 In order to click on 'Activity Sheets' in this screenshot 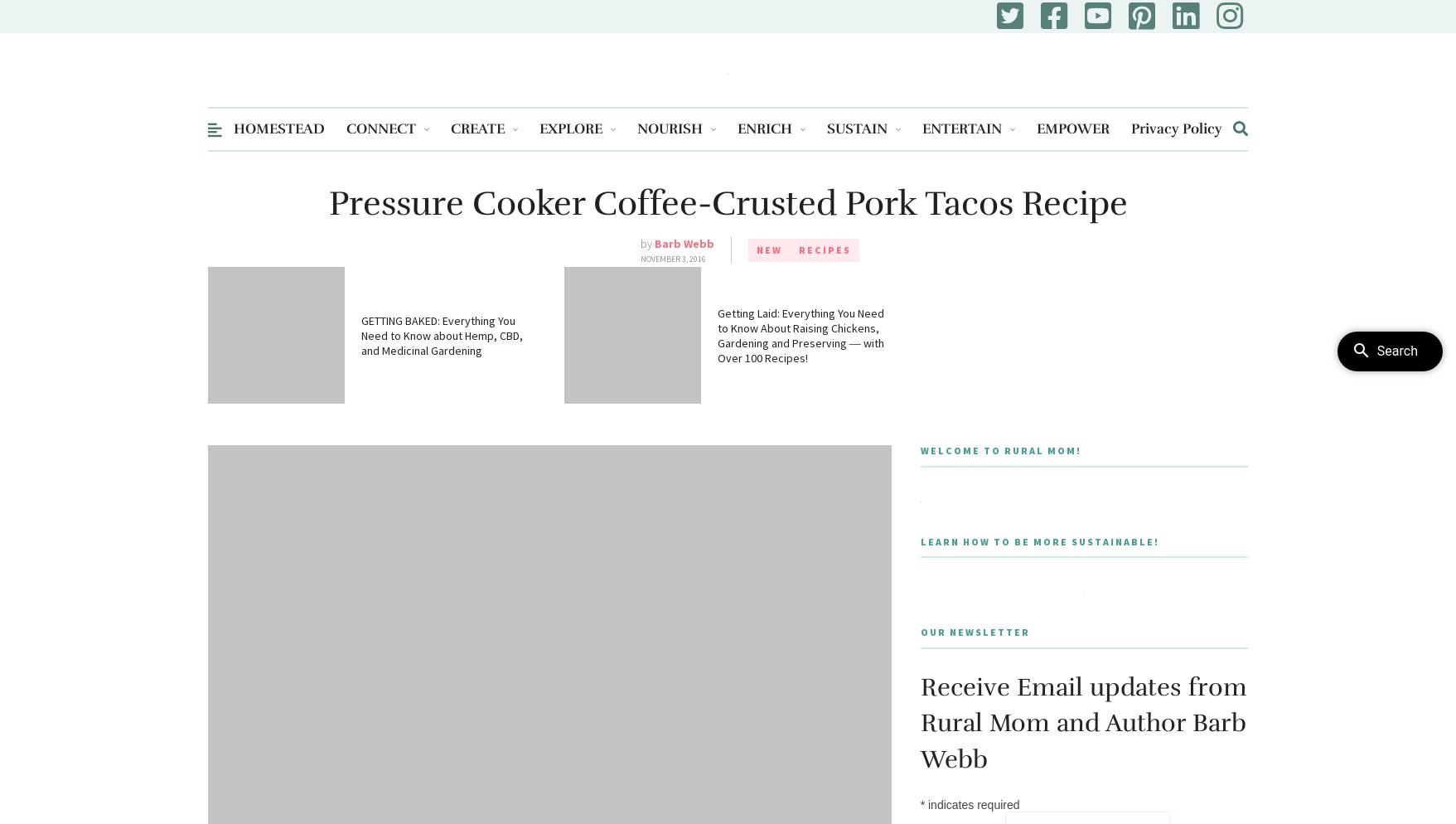, I will do `click(493, 170)`.